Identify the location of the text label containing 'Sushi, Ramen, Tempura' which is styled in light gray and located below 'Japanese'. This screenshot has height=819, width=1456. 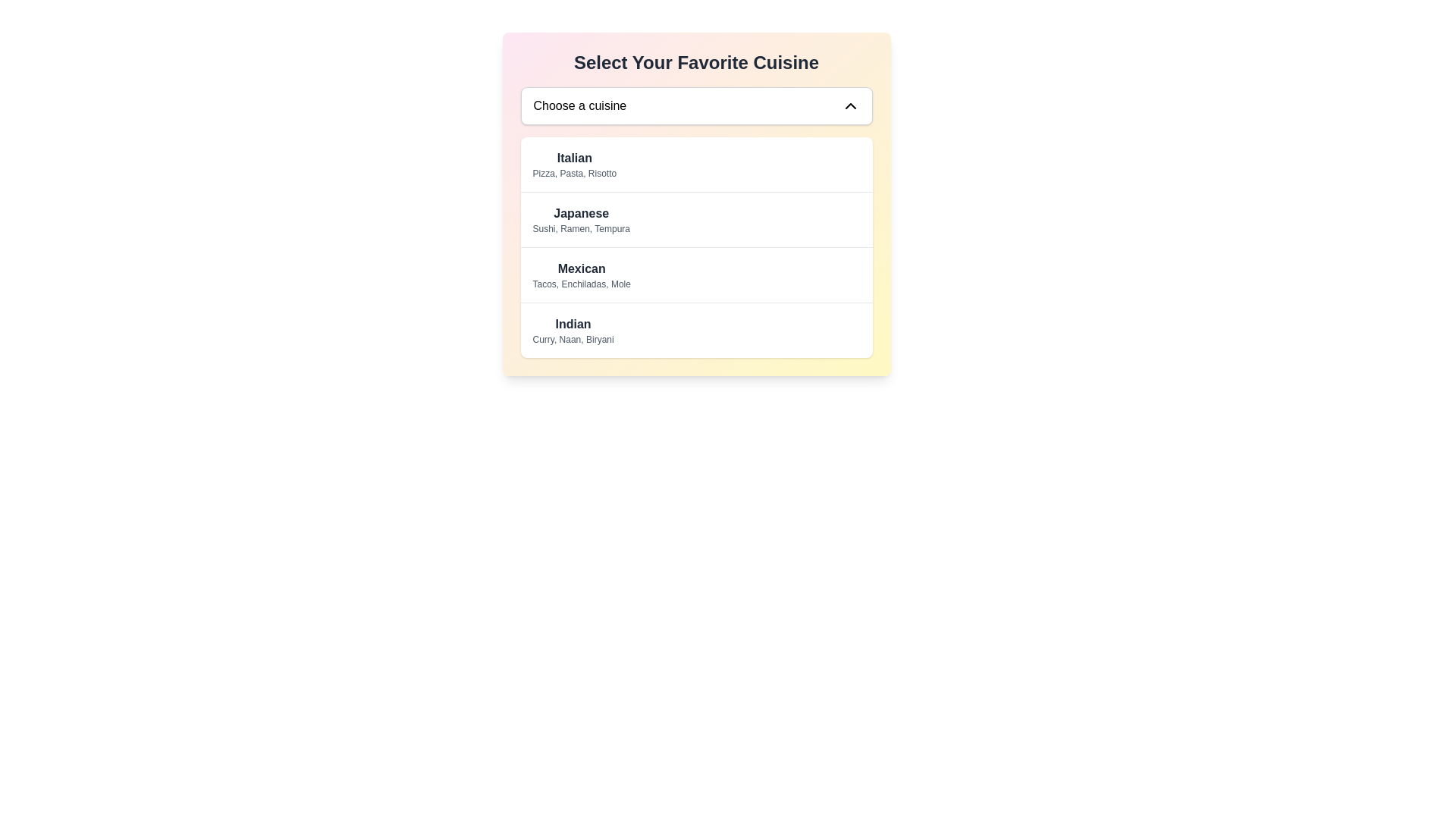
(580, 228).